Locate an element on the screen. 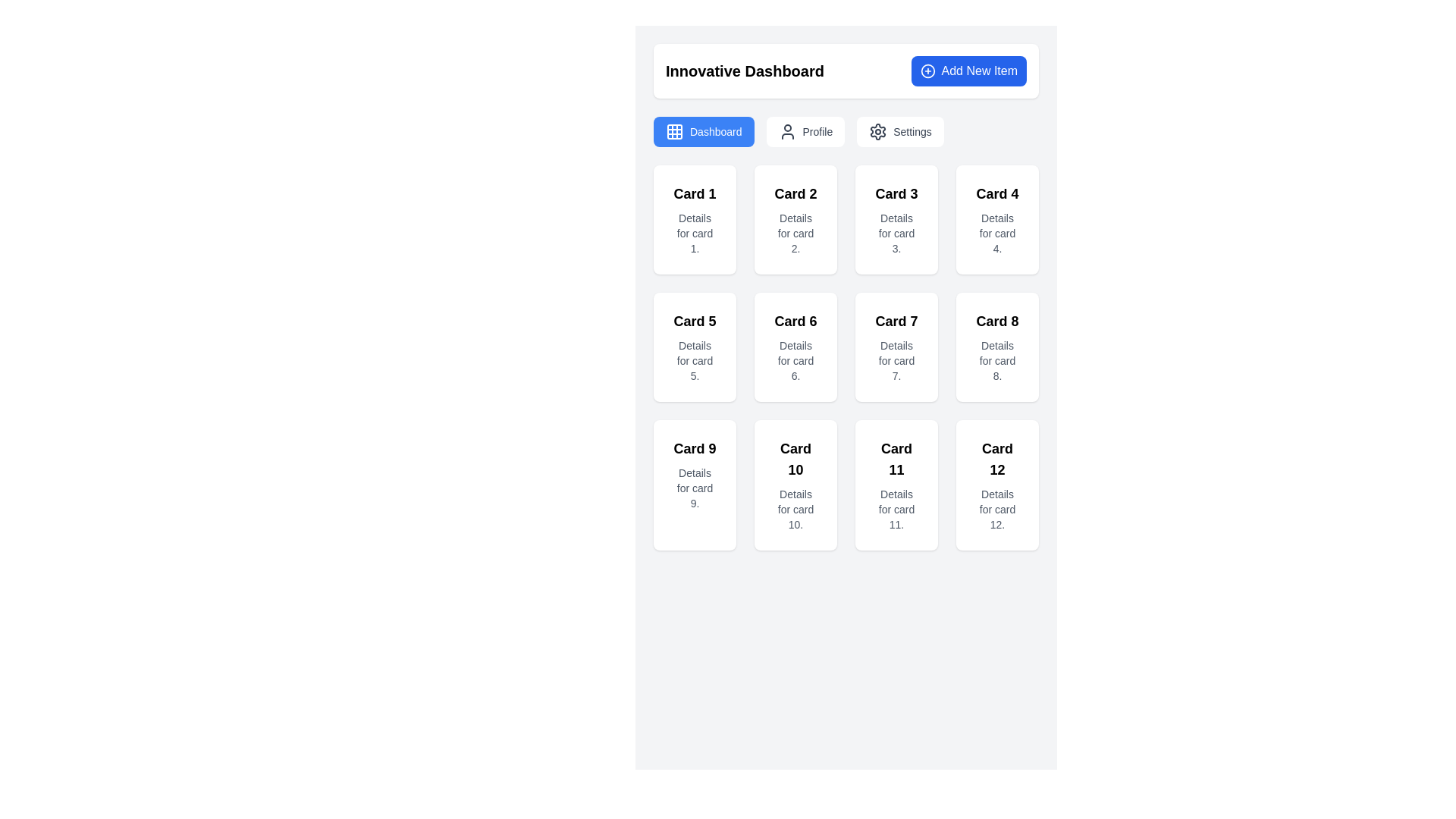 Image resolution: width=1456 pixels, height=819 pixels. text content of the prominent bold text label 'Card 7' located at the top-center of the seventh card in the grid layout is located at coordinates (896, 321).